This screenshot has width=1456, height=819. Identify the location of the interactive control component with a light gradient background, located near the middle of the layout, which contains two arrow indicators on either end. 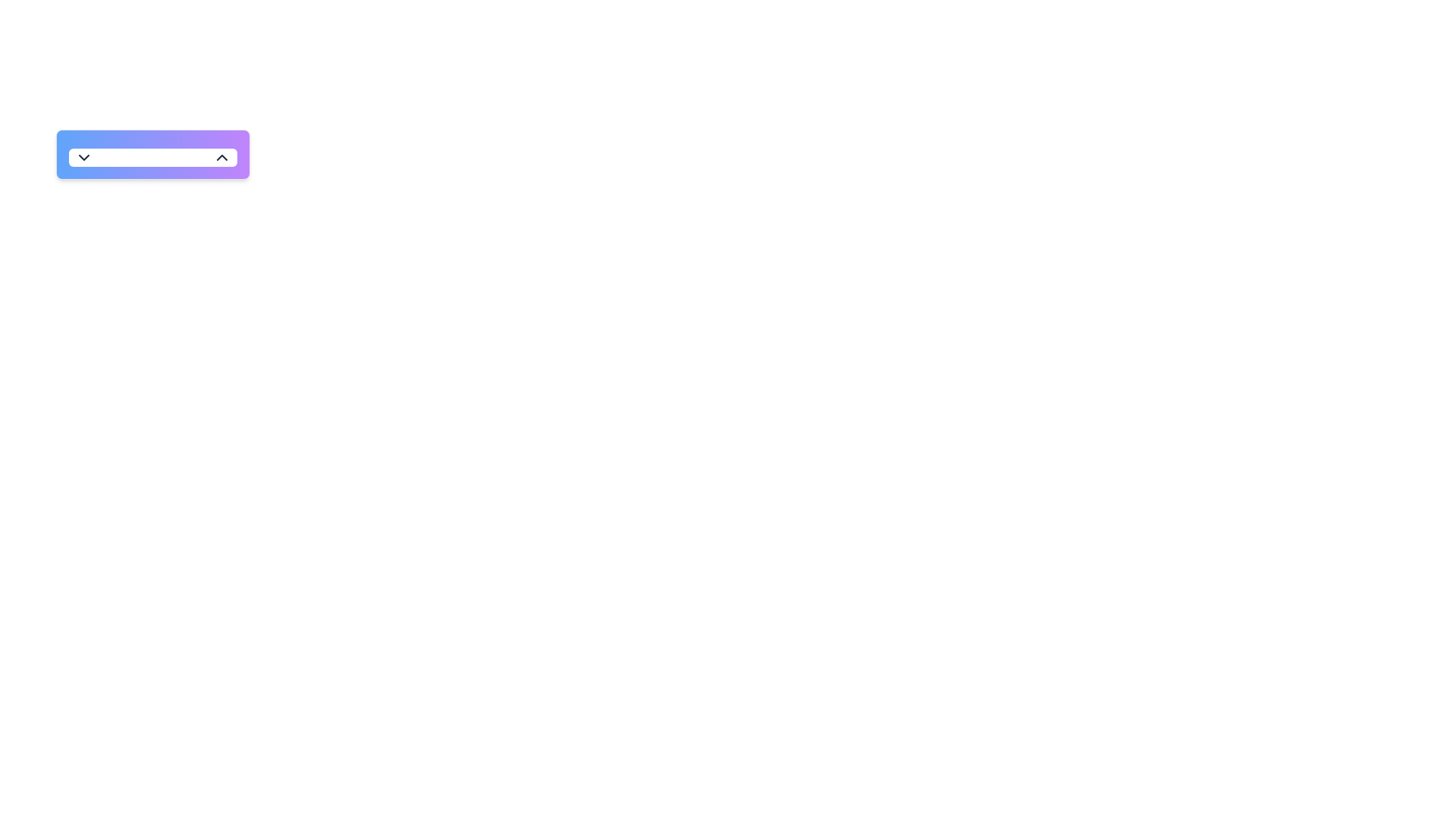
(152, 158).